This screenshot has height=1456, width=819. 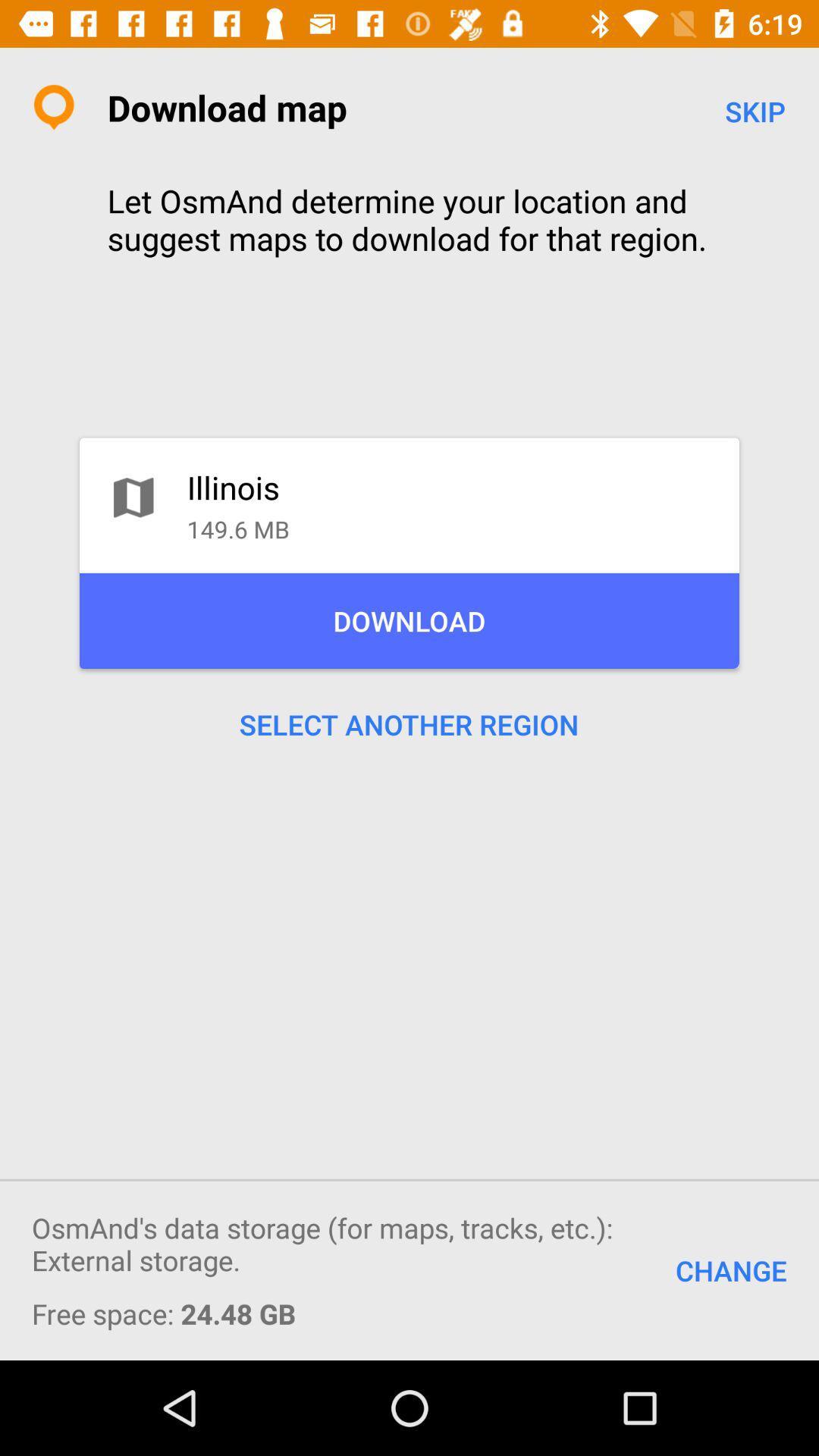 What do you see at coordinates (755, 1170) in the screenshot?
I see `the minus icon` at bounding box center [755, 1170].